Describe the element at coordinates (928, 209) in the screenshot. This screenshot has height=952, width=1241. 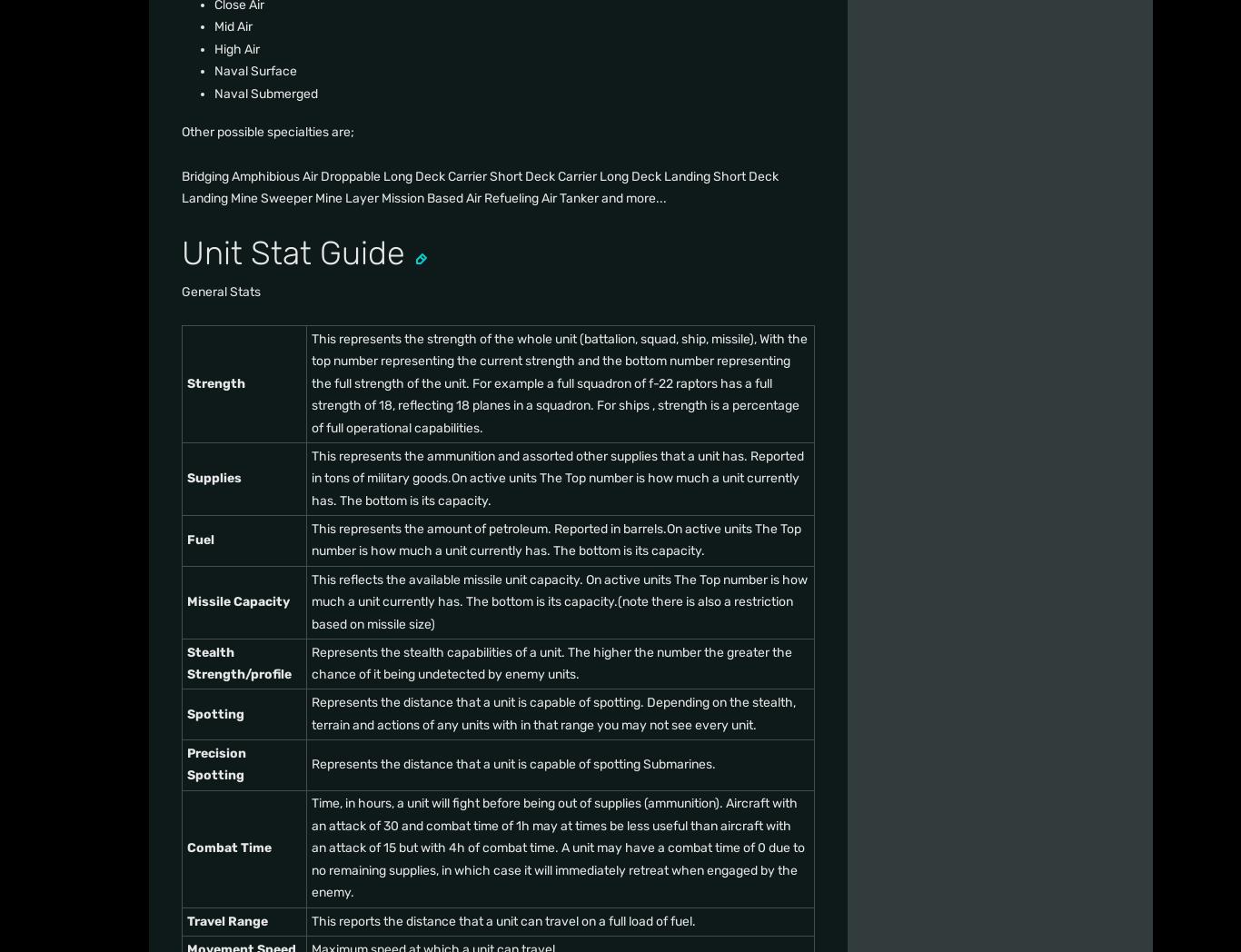
I see `'Fandom Apps'` at that location.